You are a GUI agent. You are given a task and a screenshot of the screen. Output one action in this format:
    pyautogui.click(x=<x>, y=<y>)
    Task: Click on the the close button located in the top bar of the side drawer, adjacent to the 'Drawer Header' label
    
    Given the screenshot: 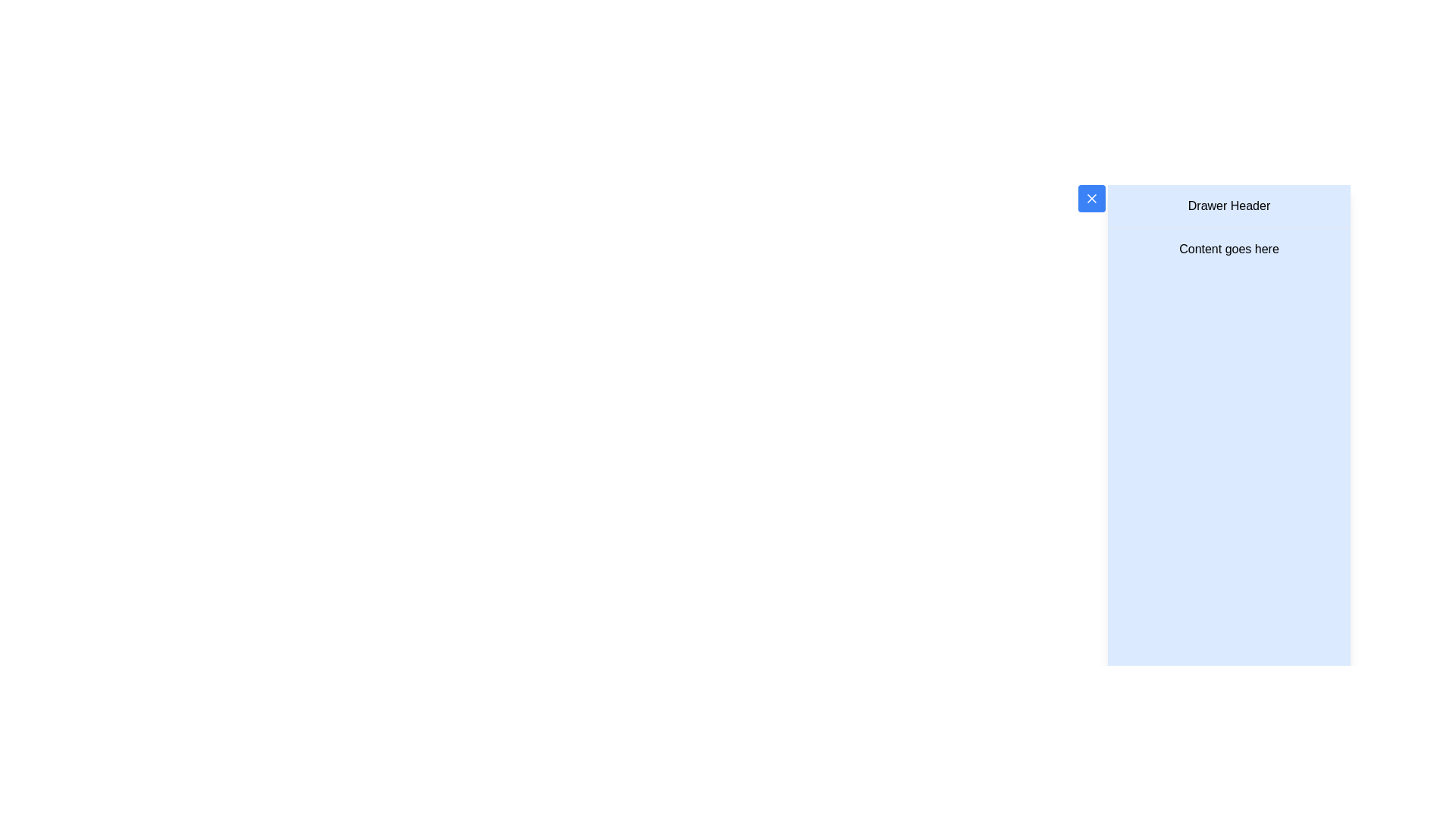 What is the action you would take?
    pyautogui.click(x=1090, y=198)
    